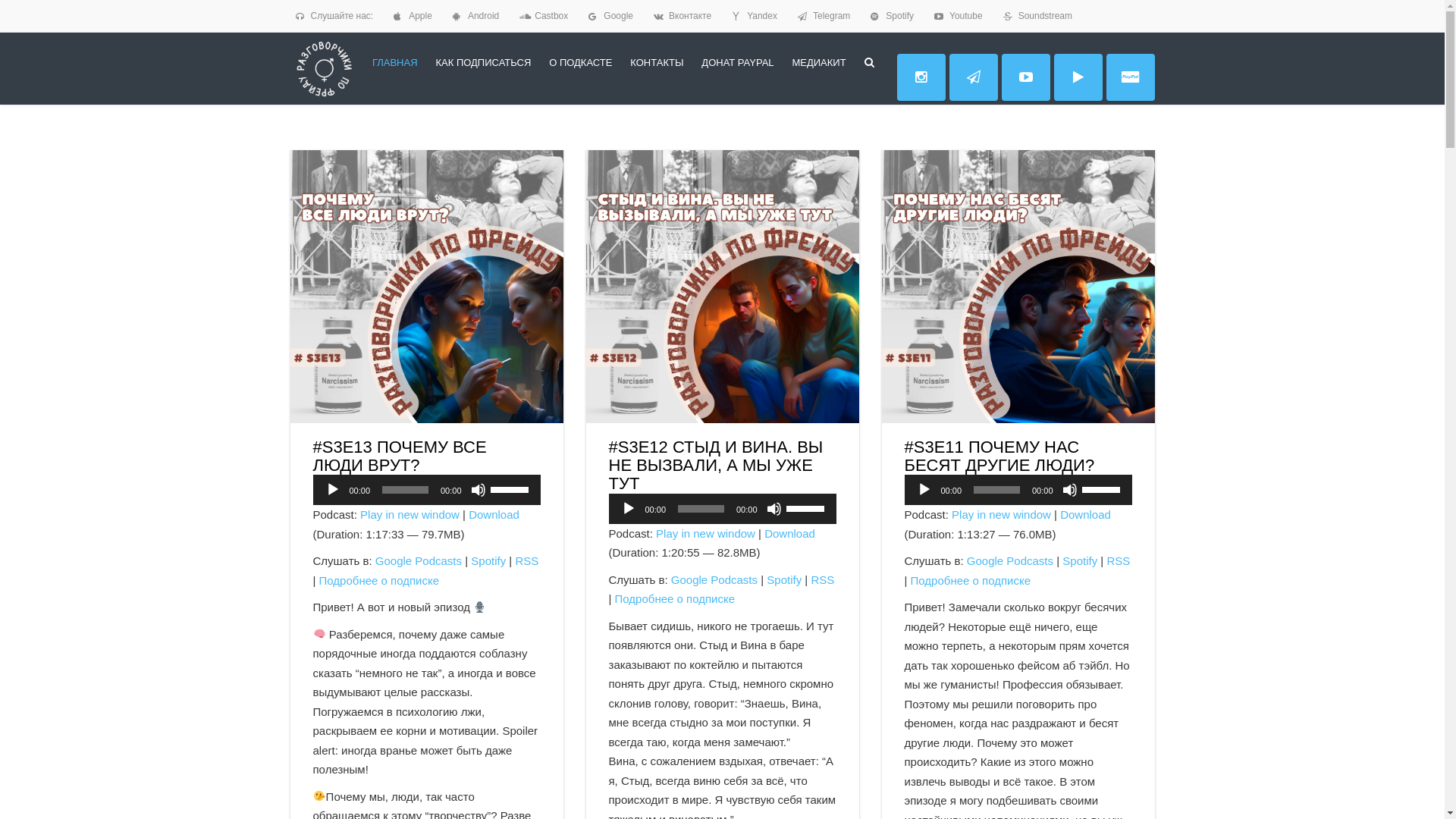 This screenshot has height=819, width=1456. I want to click on 'Google', so click(618, 15).